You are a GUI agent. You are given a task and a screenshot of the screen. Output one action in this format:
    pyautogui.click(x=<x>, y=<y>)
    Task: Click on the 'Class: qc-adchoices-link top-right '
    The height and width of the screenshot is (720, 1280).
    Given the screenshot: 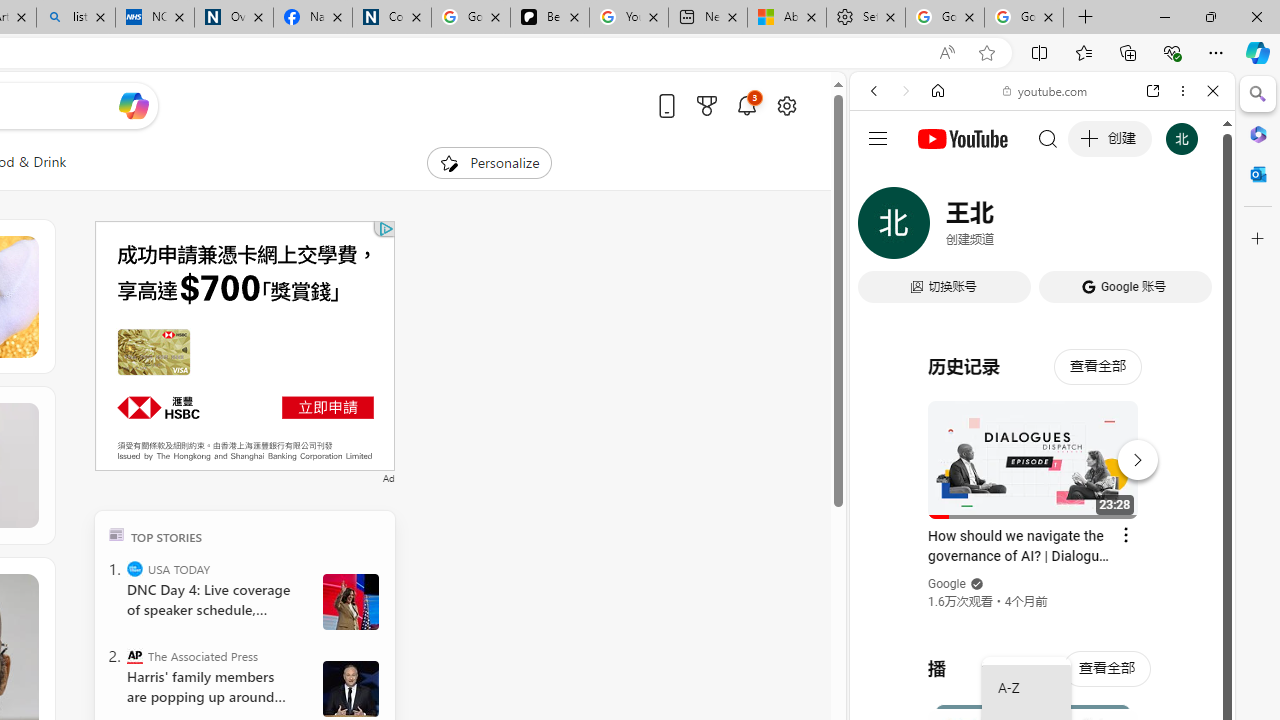 What is the action you would take?
    pyautogui.click(x=385, y=227)
    